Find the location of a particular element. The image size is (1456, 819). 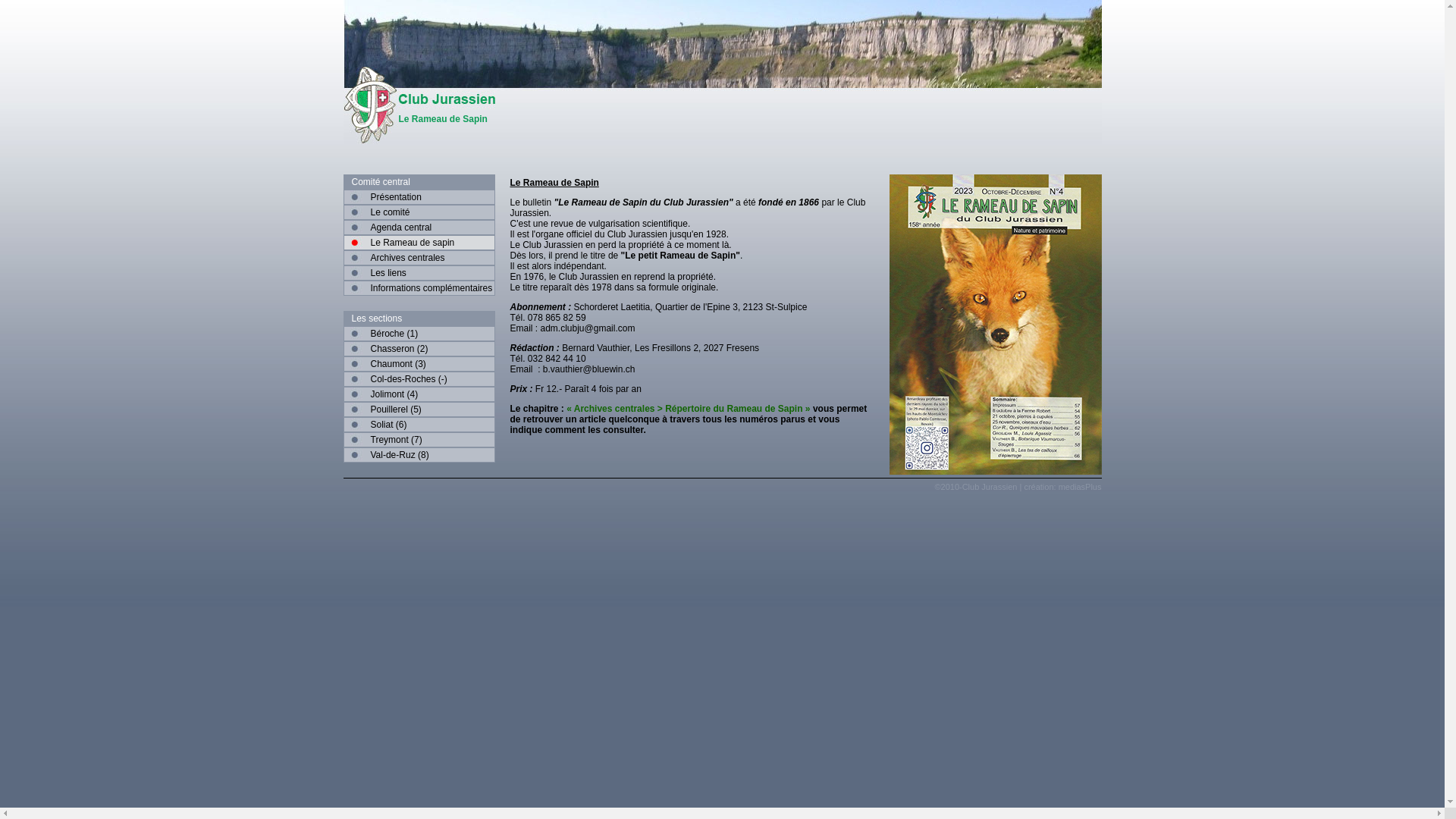

'Chaumont (3)' is located at coordinates (419, 363).